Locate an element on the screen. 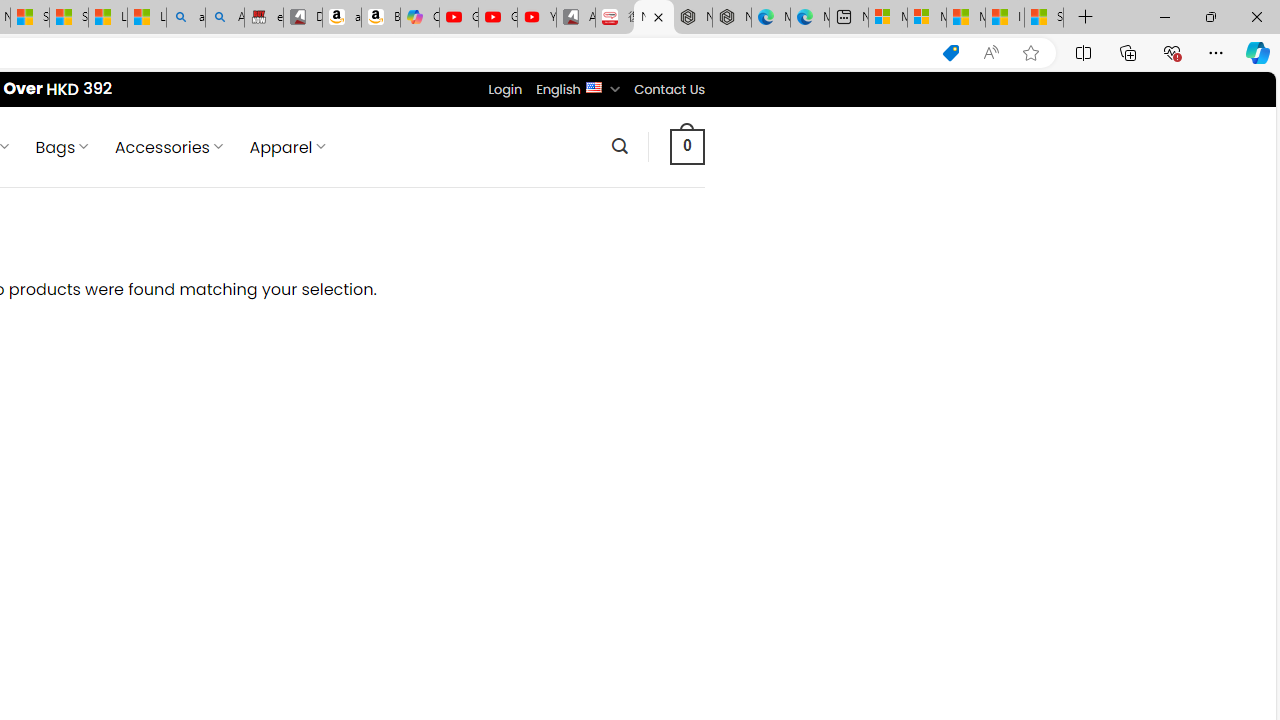  'Copilot' is located at coordinates (418, 17).